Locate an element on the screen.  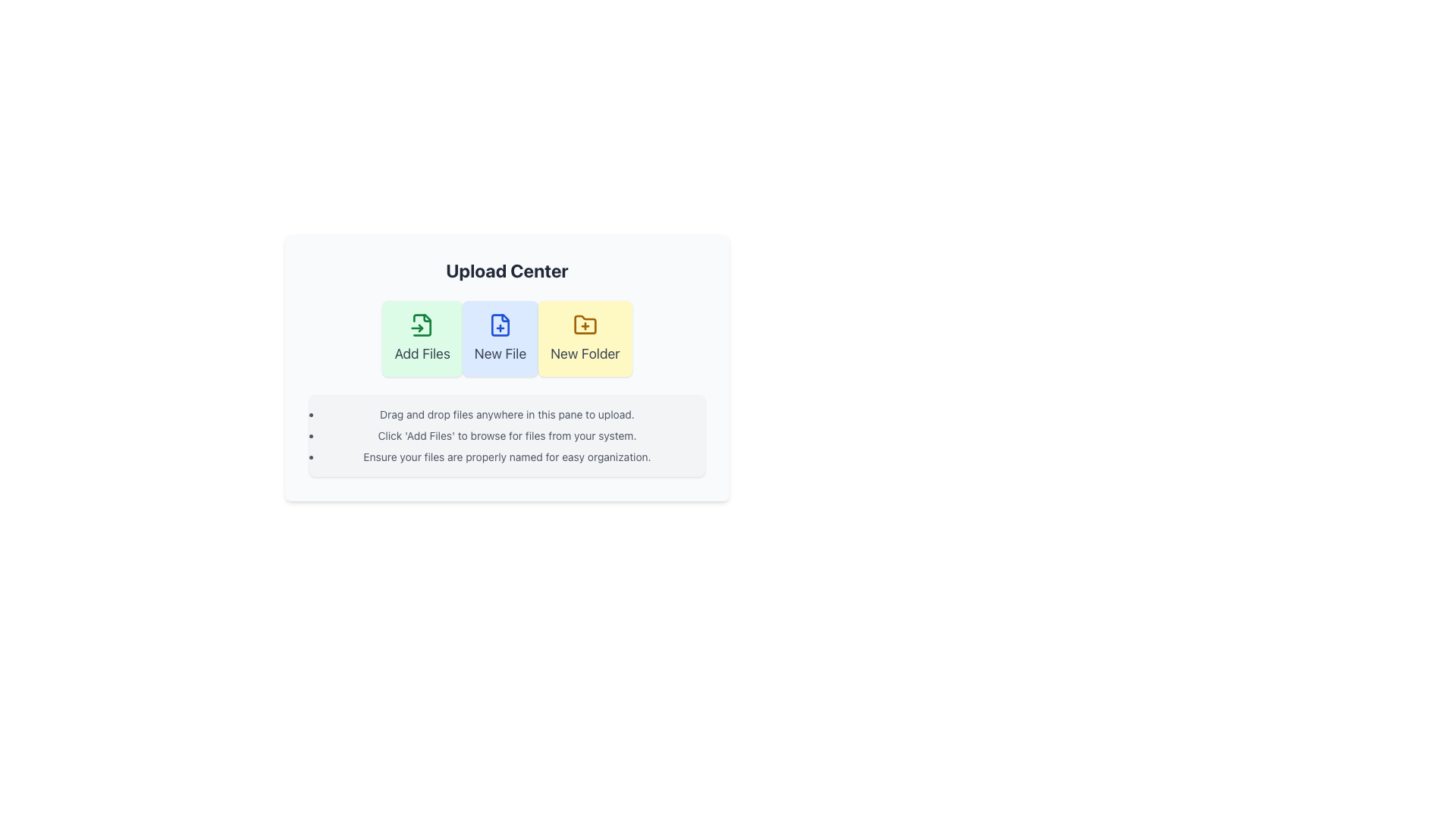
the middle button in the Upload Center section is located at coordinates (507, 368).